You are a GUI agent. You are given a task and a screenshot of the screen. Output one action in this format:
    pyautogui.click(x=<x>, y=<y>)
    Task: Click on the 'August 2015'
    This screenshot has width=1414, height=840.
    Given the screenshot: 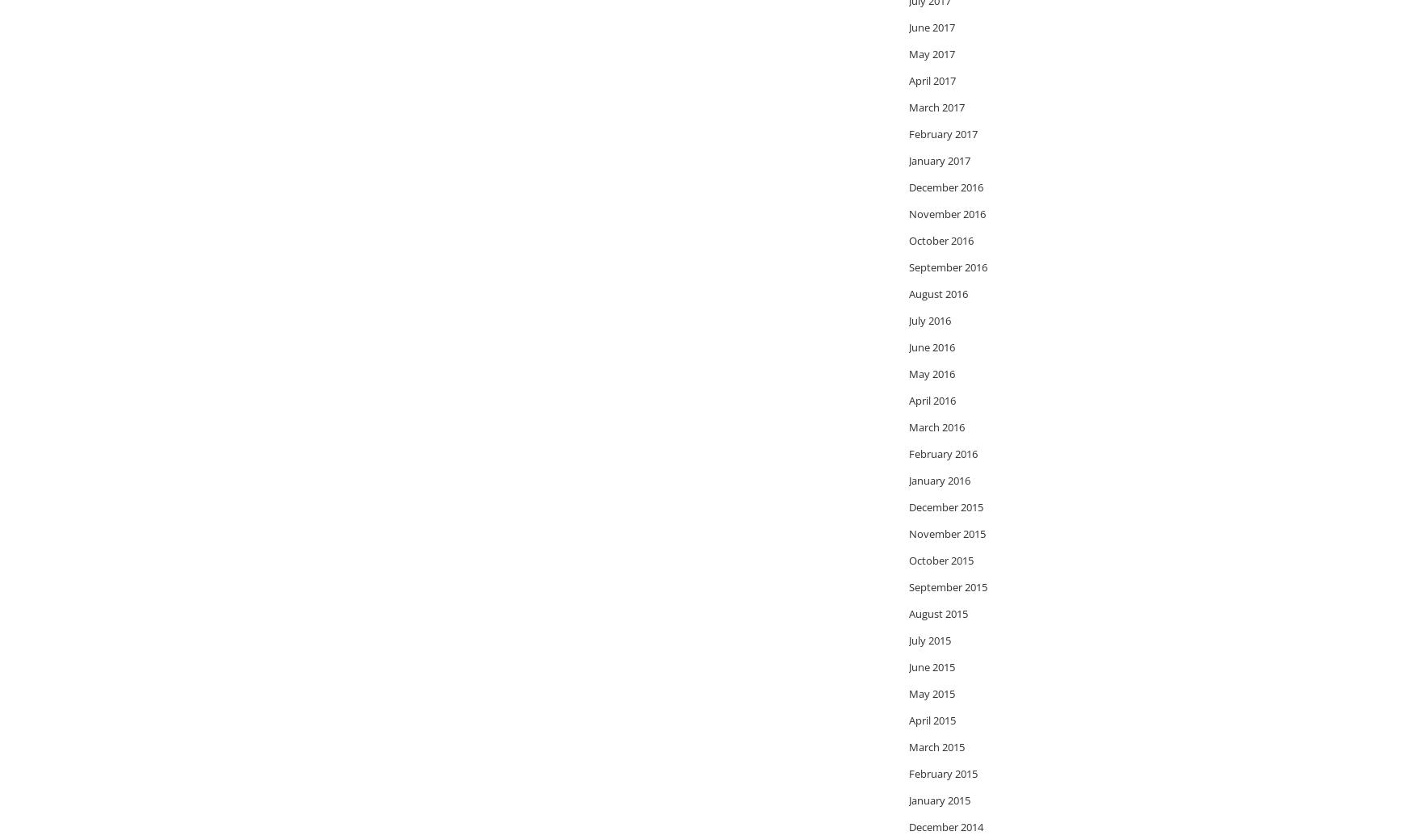 What is the action you would take?
    pyautogui.click(x=937, y=612)
    